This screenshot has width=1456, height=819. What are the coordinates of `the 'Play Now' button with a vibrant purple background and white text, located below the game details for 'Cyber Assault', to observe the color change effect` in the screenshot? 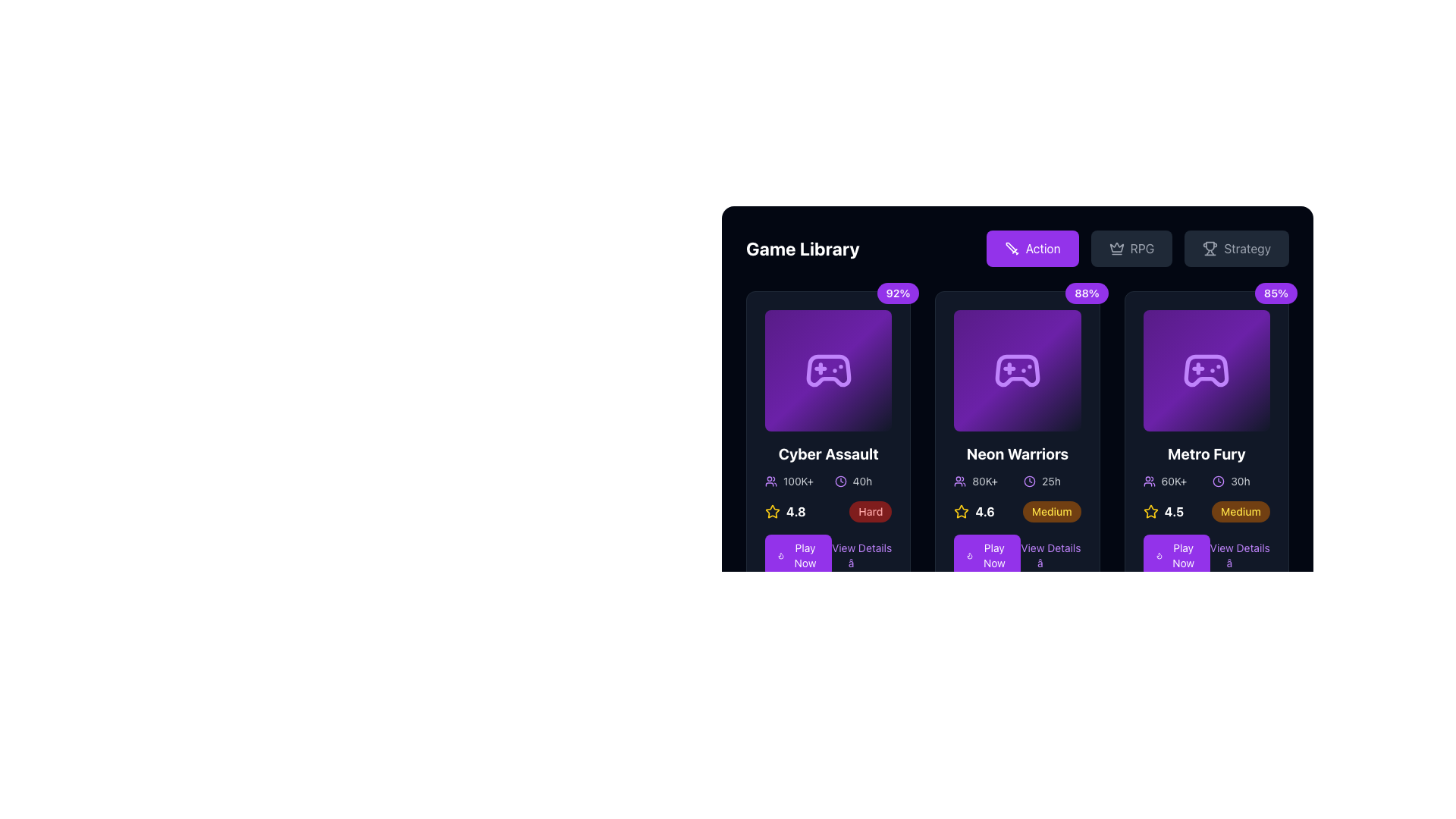 It's located at (797, 555).